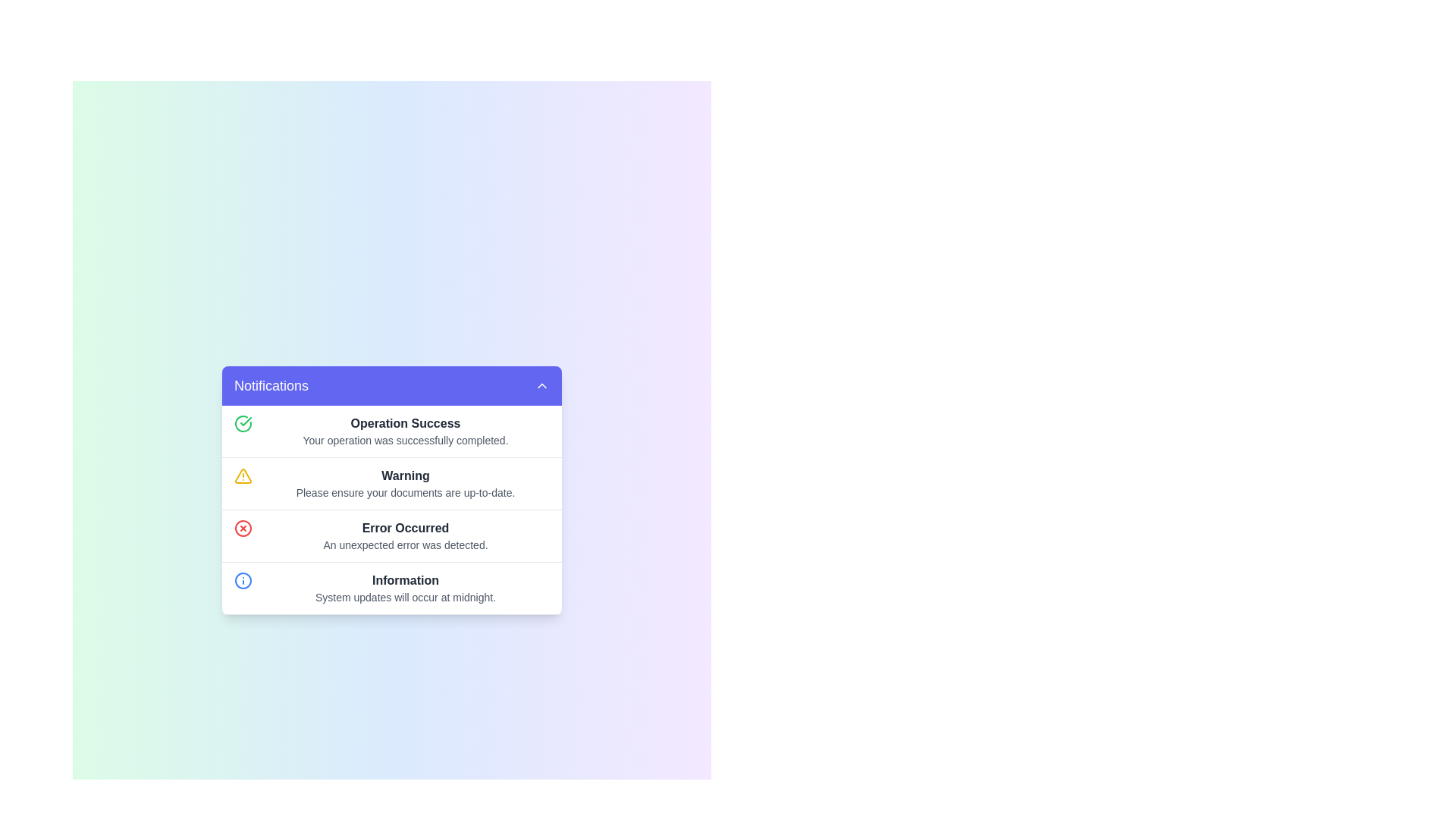 The height and width of the screenshot is (819, 1456). Describe the element at coordinates (405, 424) in the screenshot. I see `static text label 'Operation Success' that serves as the header for the notification, located in the first card of the notifications panel` at that location.